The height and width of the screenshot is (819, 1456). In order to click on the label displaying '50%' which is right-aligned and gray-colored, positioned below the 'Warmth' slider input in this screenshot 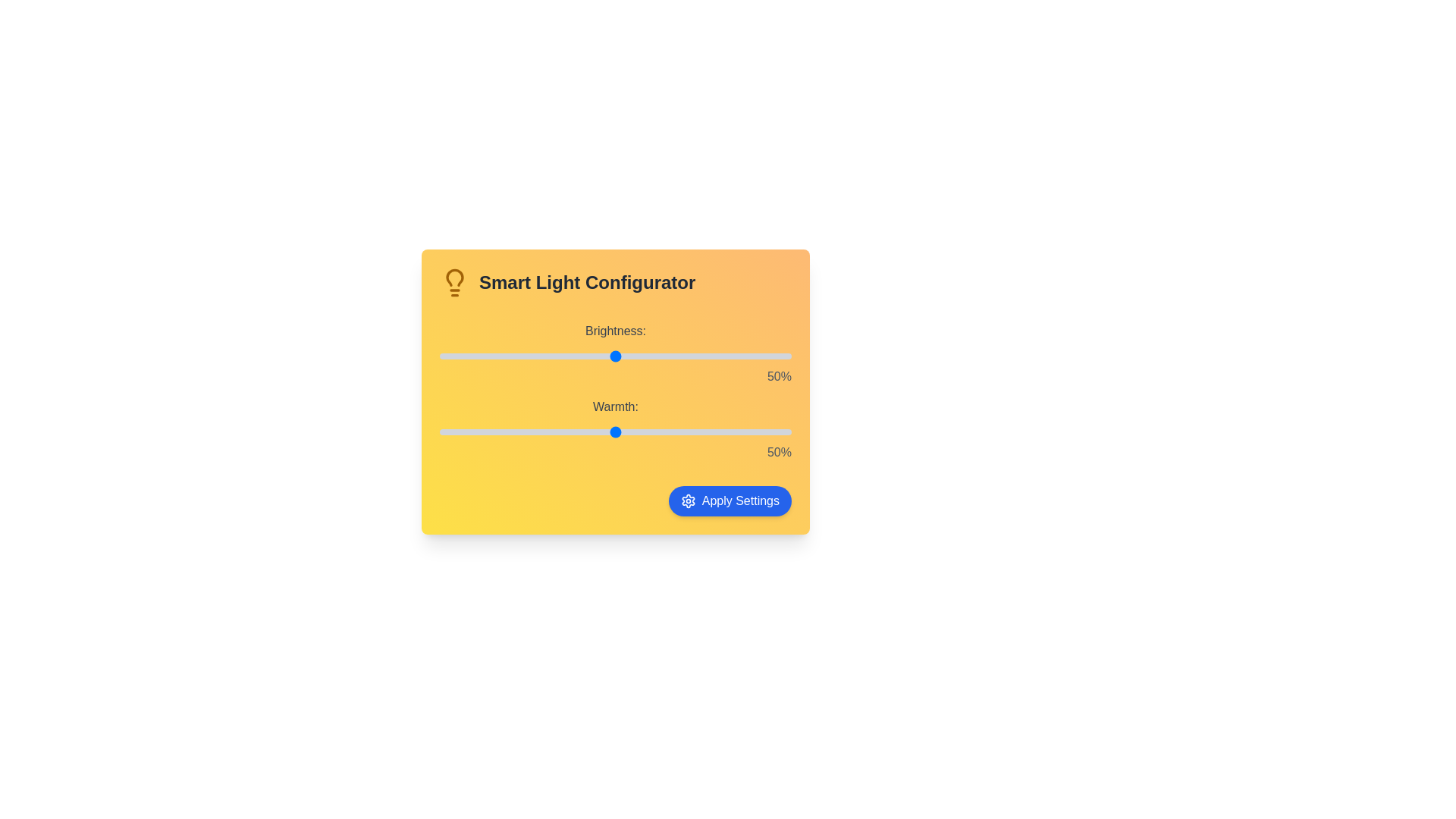, I will do `click(615, 452)`.